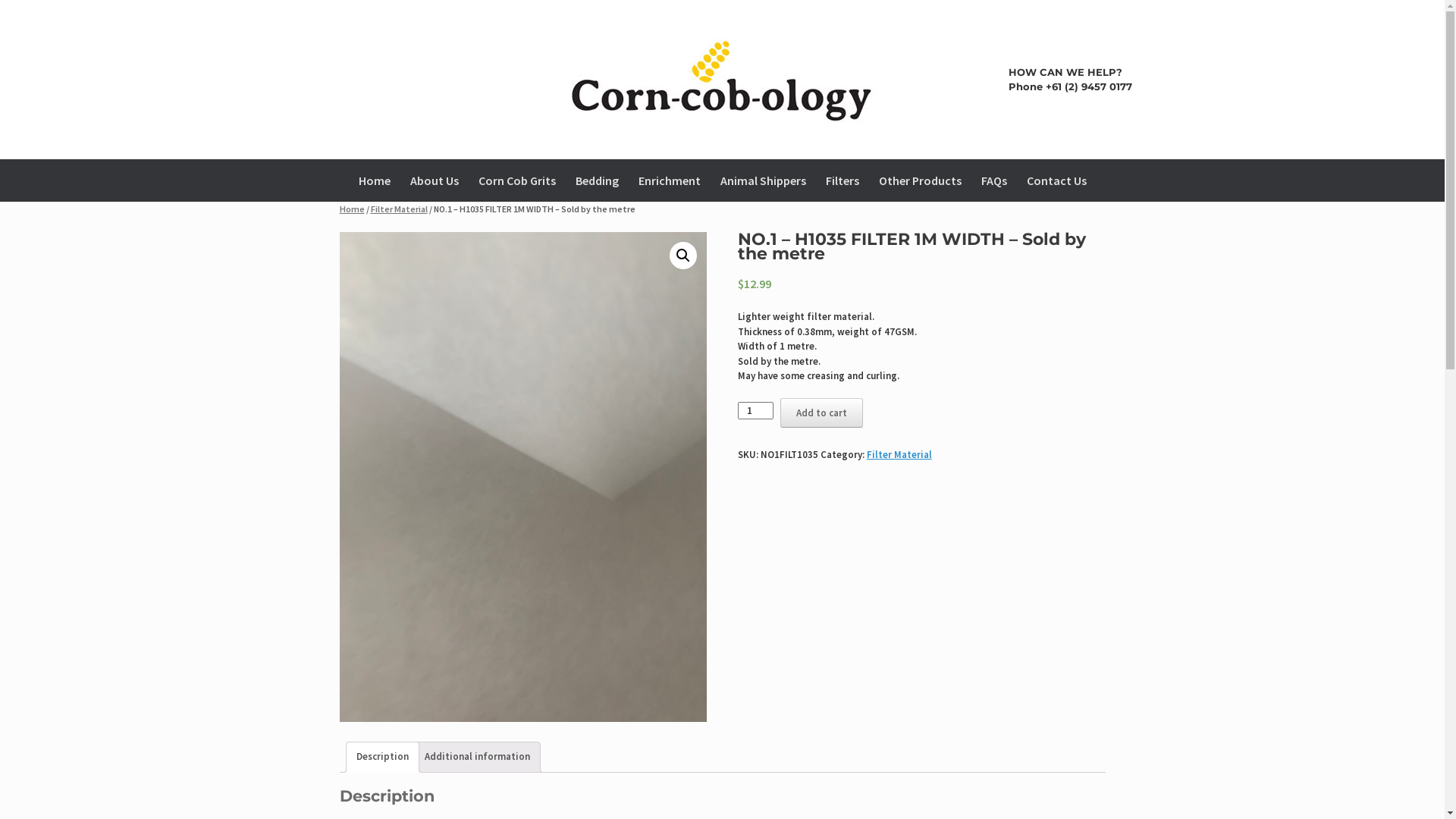 The width and height of the screenshot is (1456, 819). Describe the element at coordinates (523, 475) in the screenshot. I see `'IMG_2043'` at that location.